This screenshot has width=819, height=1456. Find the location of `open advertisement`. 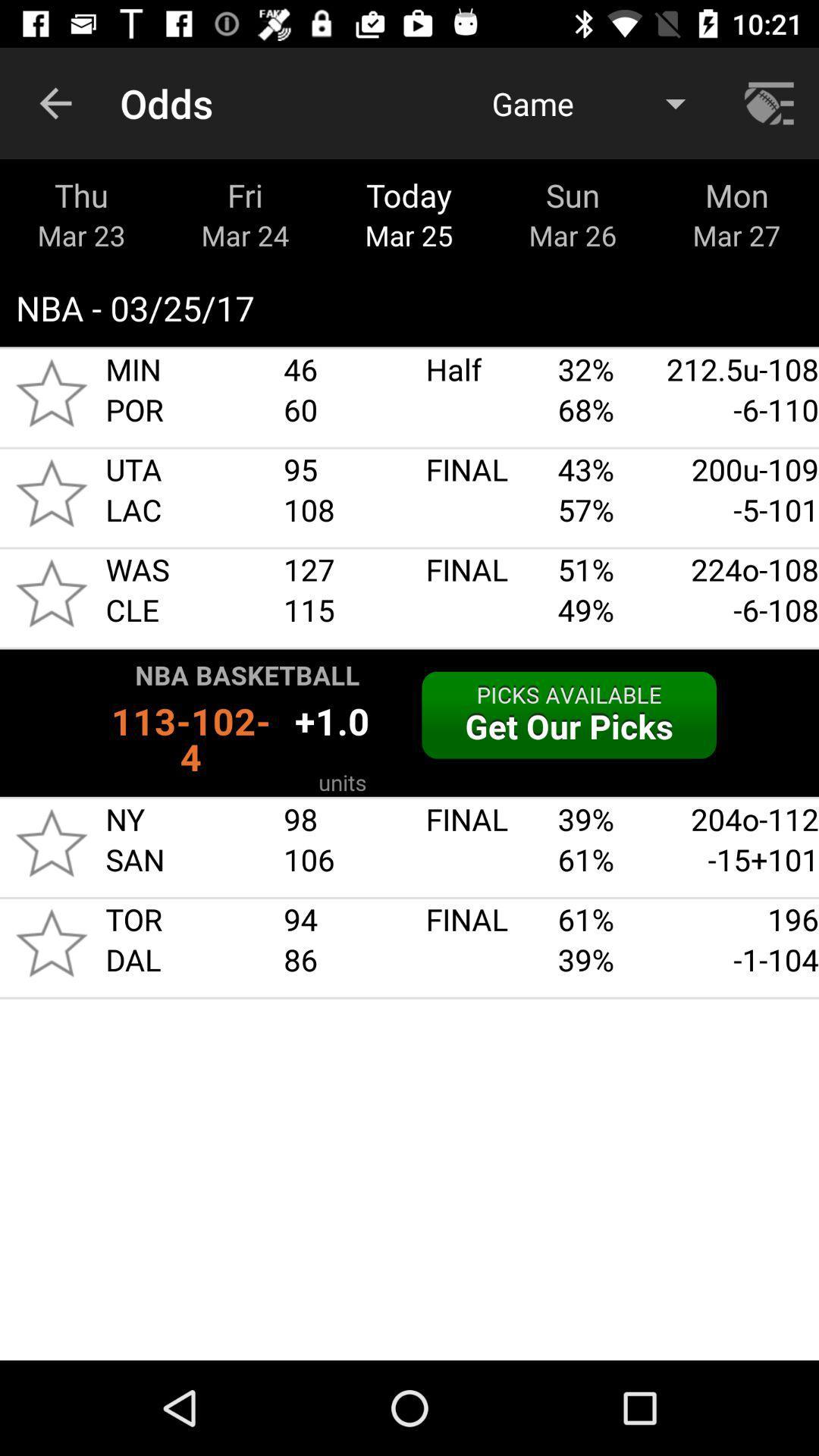

open advertisement is located at coordinates (409, 722).